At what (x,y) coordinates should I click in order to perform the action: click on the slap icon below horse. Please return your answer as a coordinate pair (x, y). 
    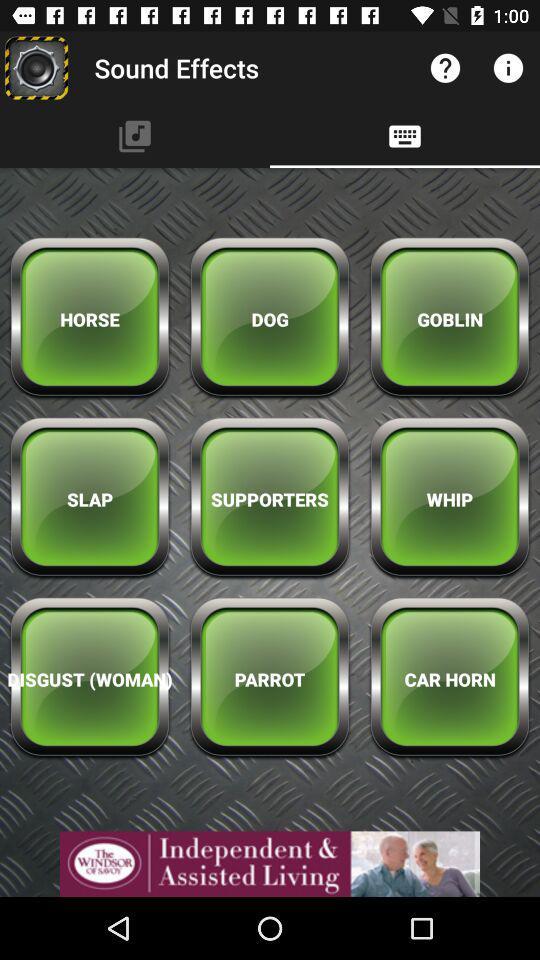
    Looking at the image, I should click on (89, 498).